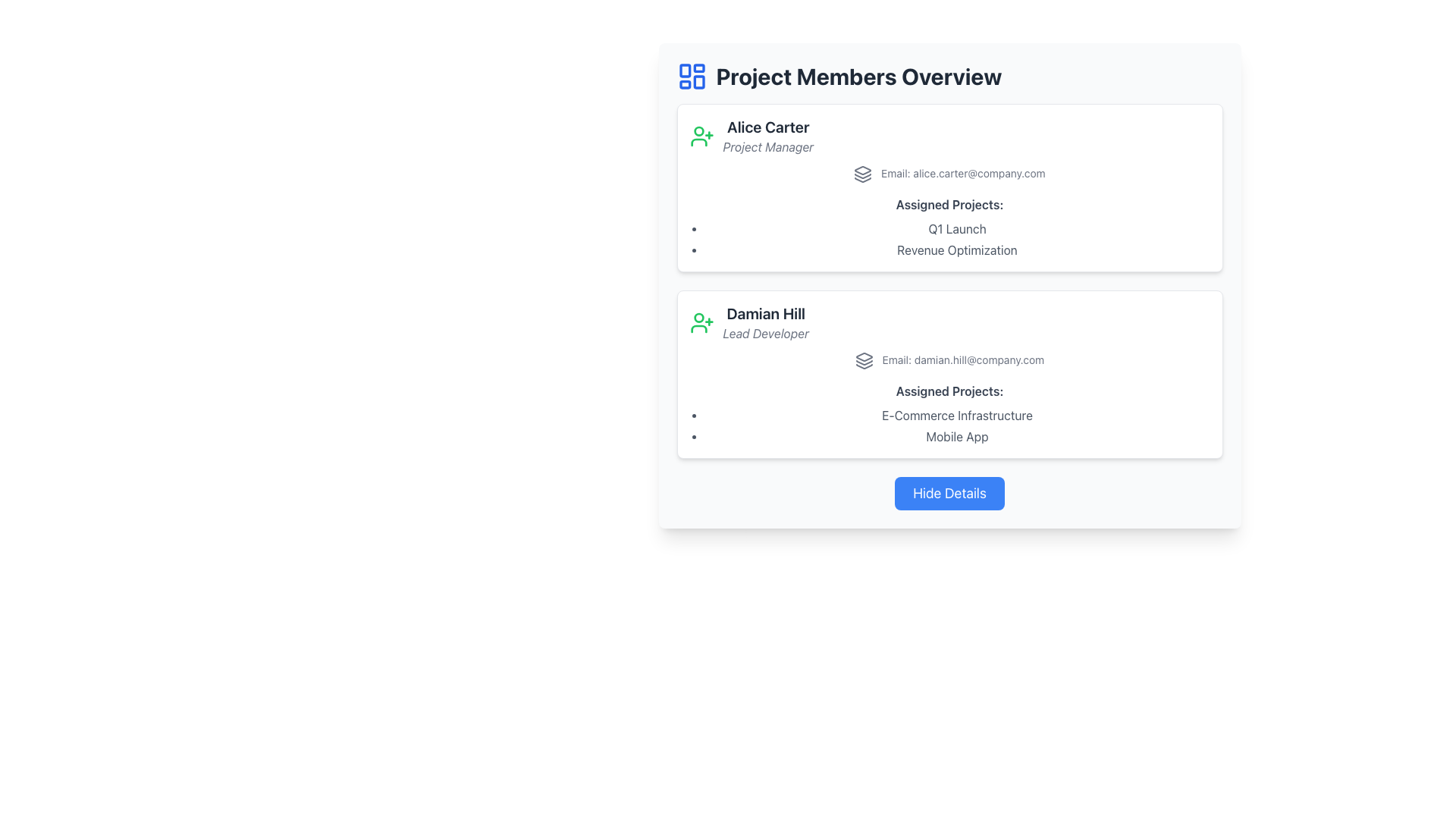 The height and width of the screenshot is (819, 1456). What do you see at coordinates (768, 136) in the screenshot?
I see `the Text Display element that presents the identity and role of 'Alice Carter' located in the top-left corner of the 'Project Members Overview' section` at bounding box center [768, 136].